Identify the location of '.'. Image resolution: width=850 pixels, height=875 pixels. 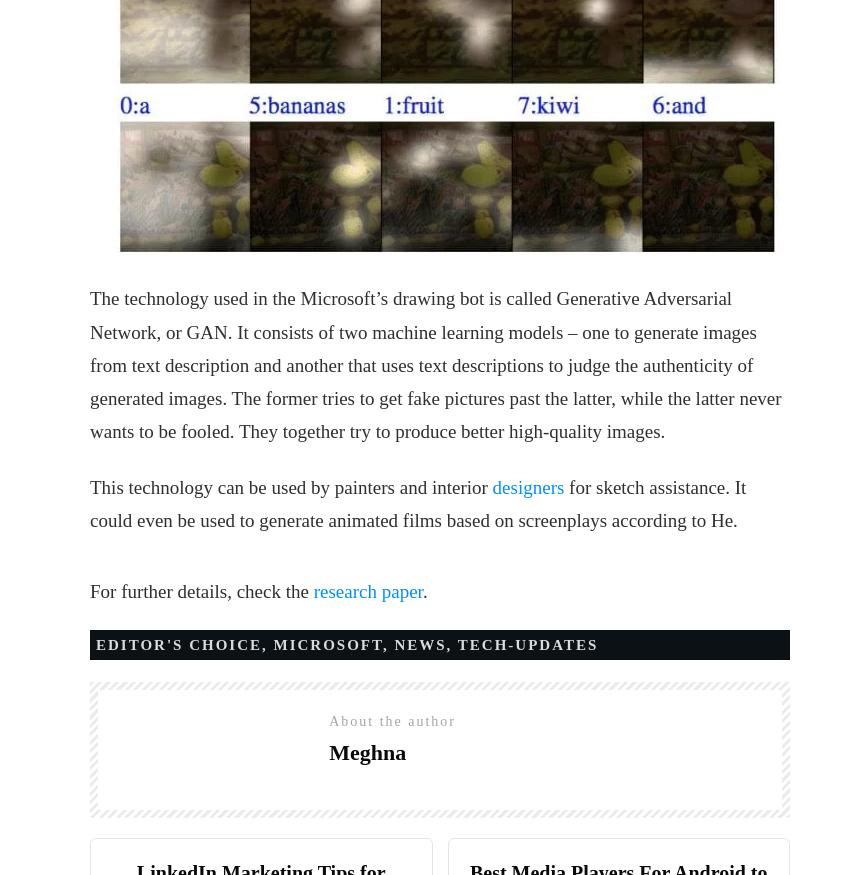
(424, 591).